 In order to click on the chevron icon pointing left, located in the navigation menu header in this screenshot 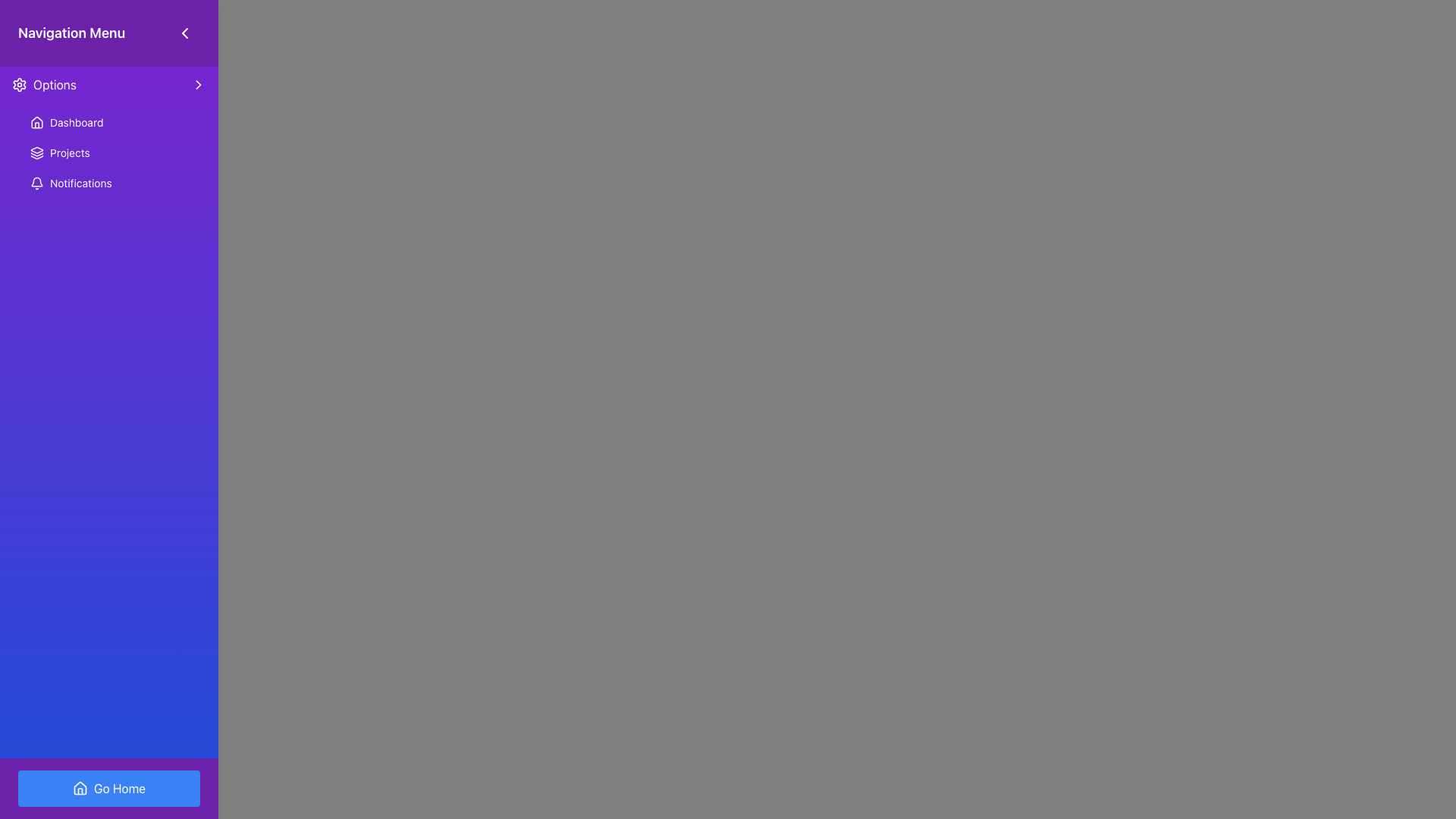, I will do `click(184, 33)`.